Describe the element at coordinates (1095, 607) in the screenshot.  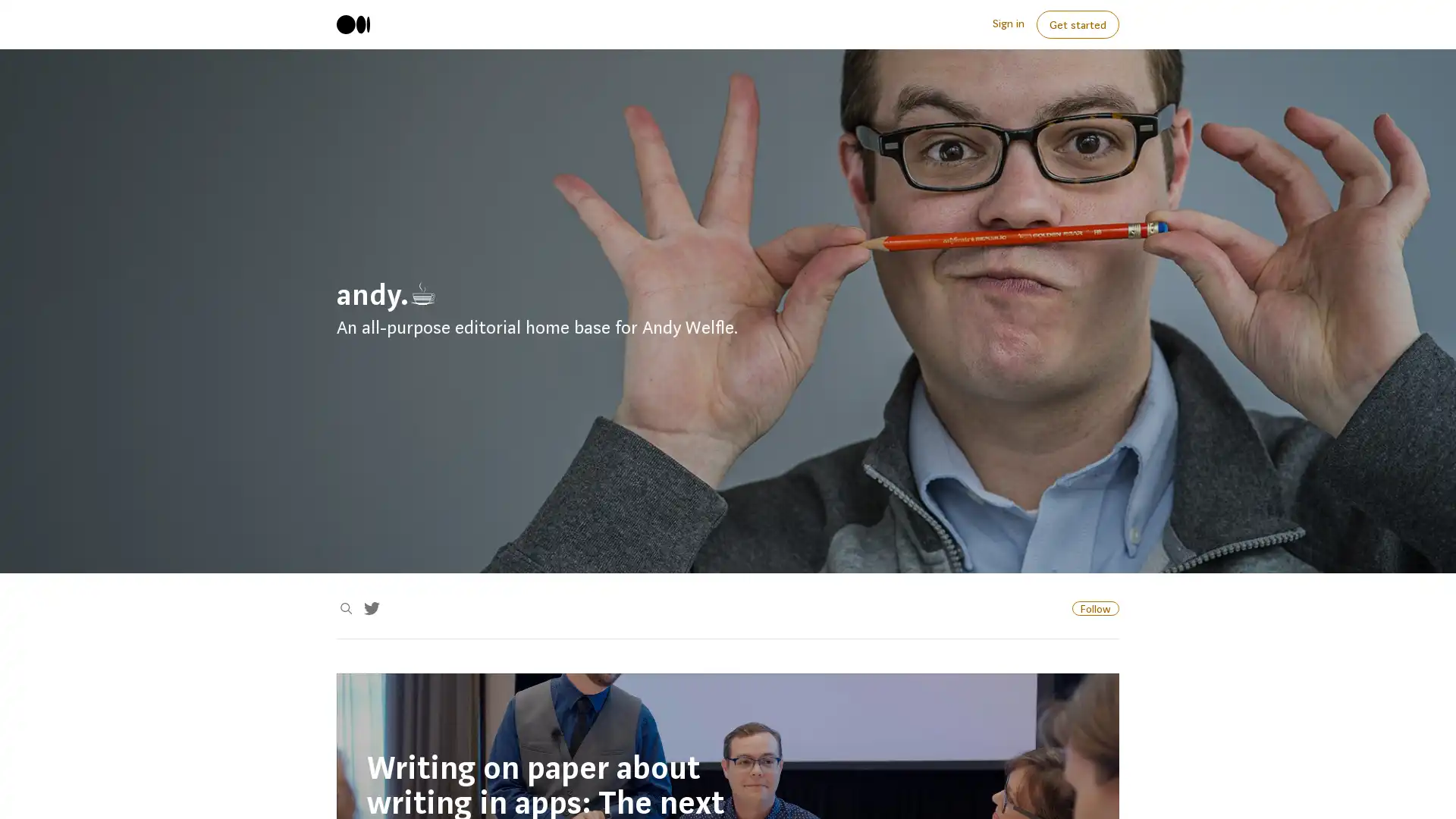
I see `Follow` at that location.